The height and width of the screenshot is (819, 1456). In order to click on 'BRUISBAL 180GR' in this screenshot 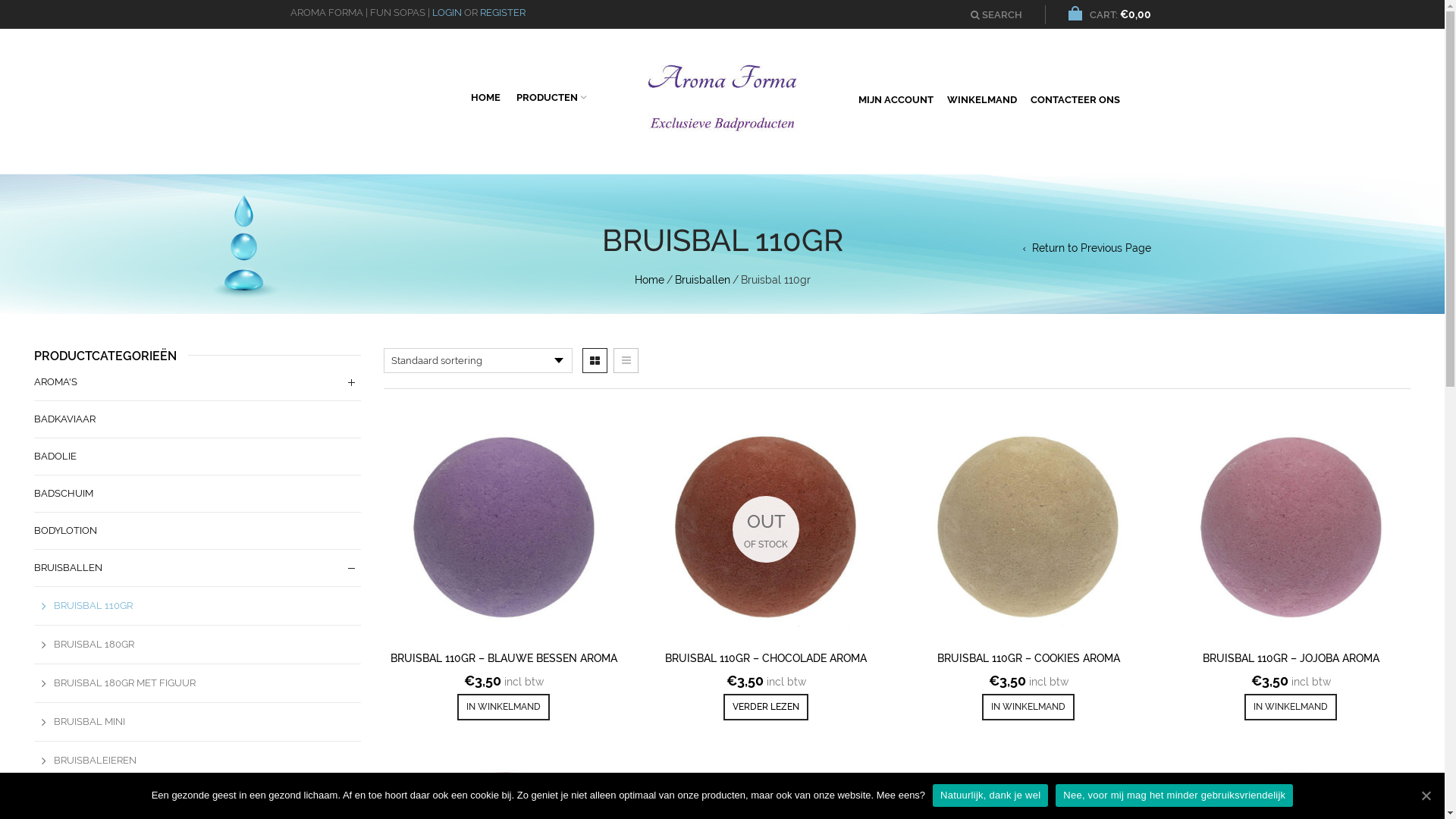, I will do `click(83, 644)`.